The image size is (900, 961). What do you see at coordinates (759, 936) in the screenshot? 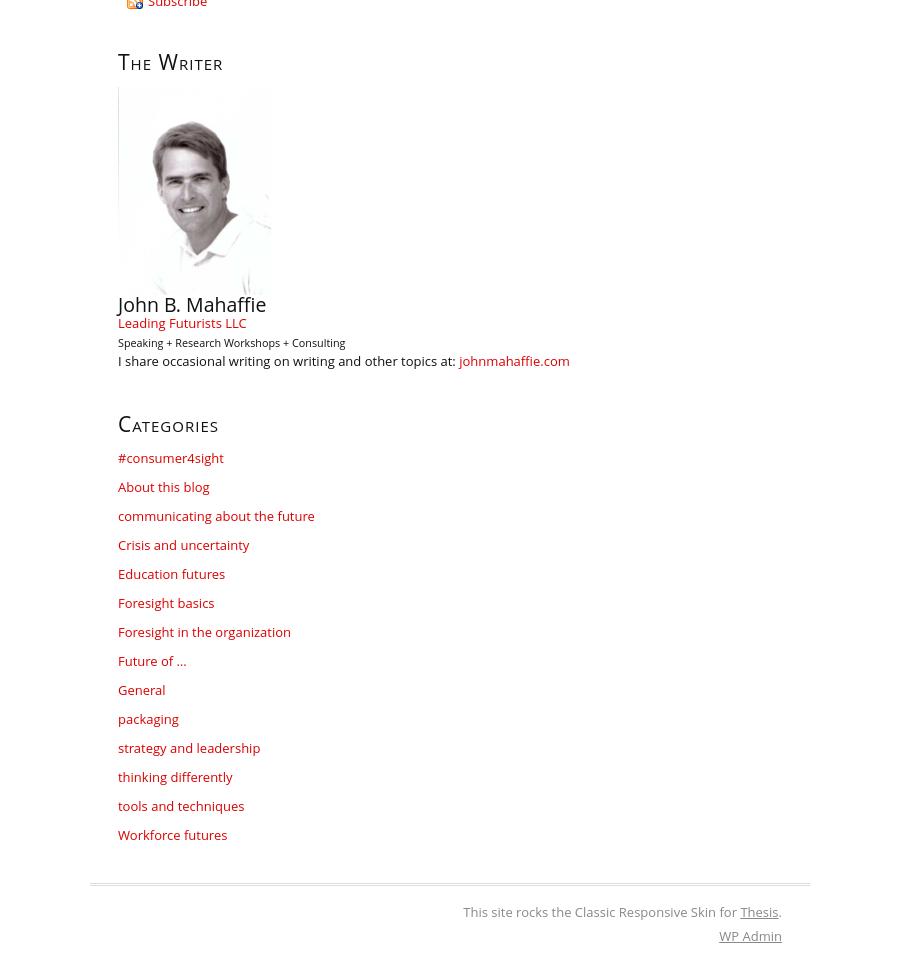
I see `'Admin'` at bounding box center [759, 936].